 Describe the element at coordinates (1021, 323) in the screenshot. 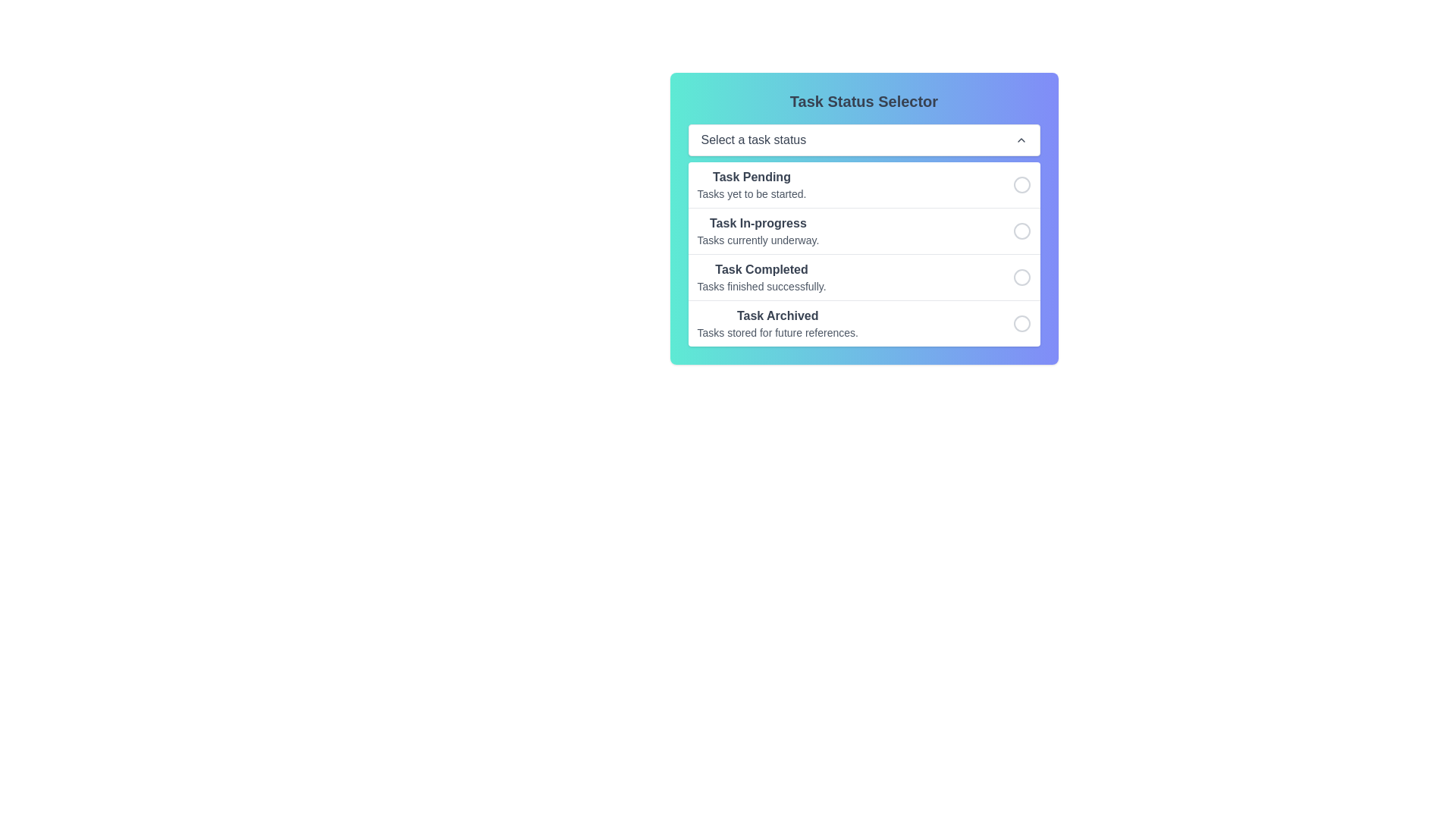

I see `the radio button corresponding to the 'Task Archived' option` at that location.